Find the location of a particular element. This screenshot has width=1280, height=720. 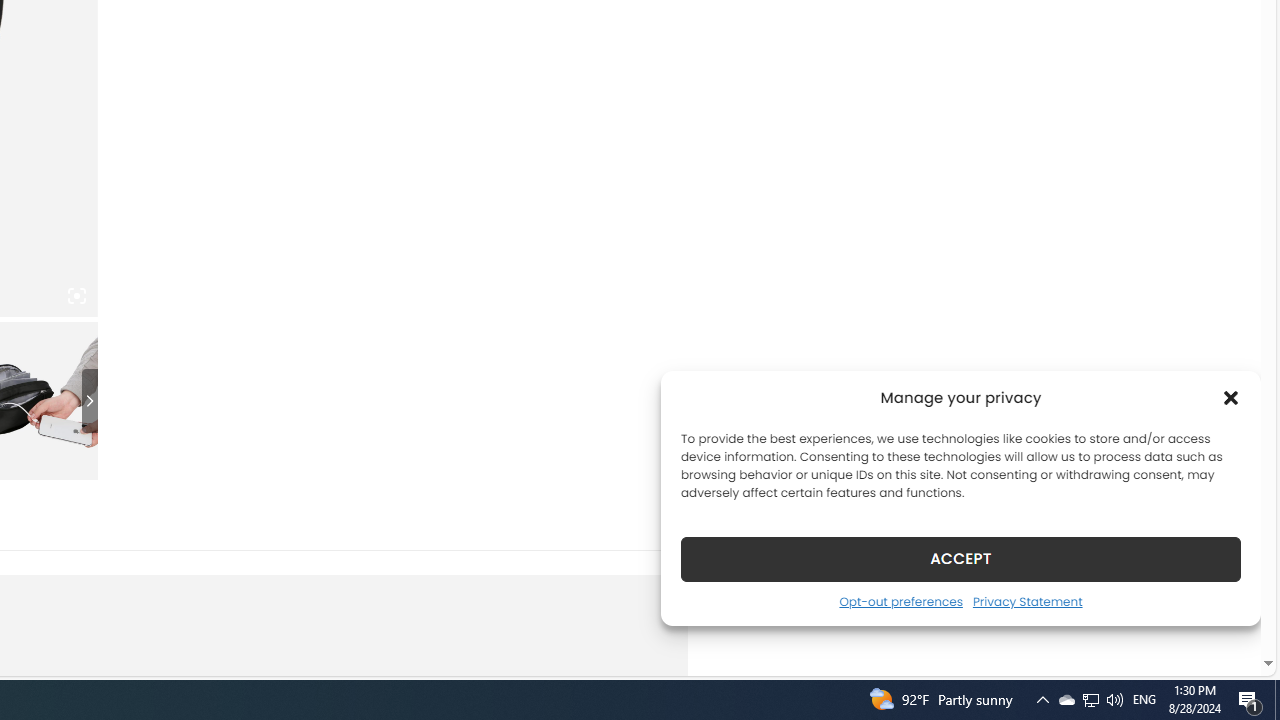

'Privacy Statement' is located at coordinates (1027, 600).